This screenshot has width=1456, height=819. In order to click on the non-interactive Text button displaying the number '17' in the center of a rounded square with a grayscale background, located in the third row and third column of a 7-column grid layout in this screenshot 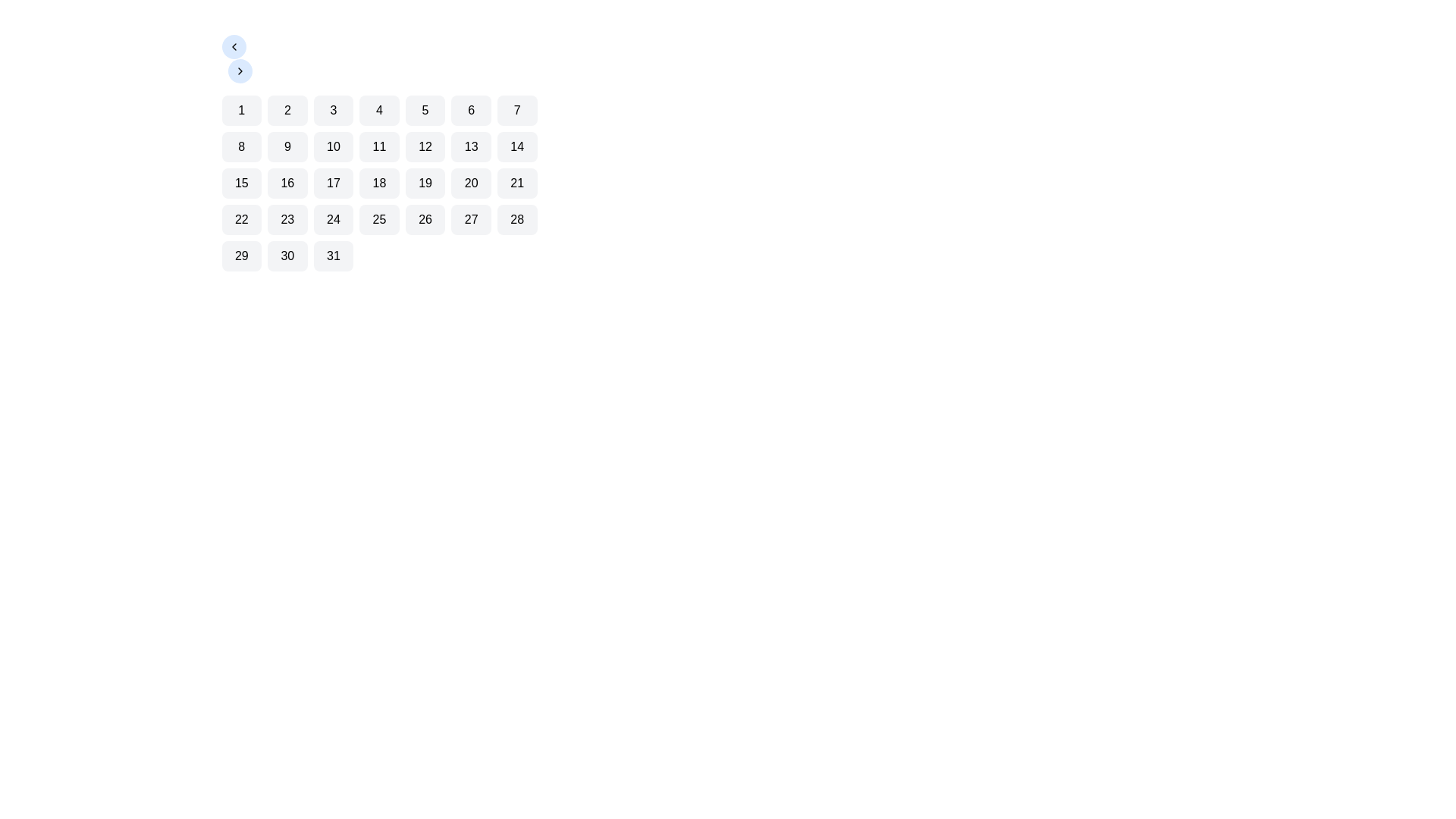, I will do `click(331, 183)`.